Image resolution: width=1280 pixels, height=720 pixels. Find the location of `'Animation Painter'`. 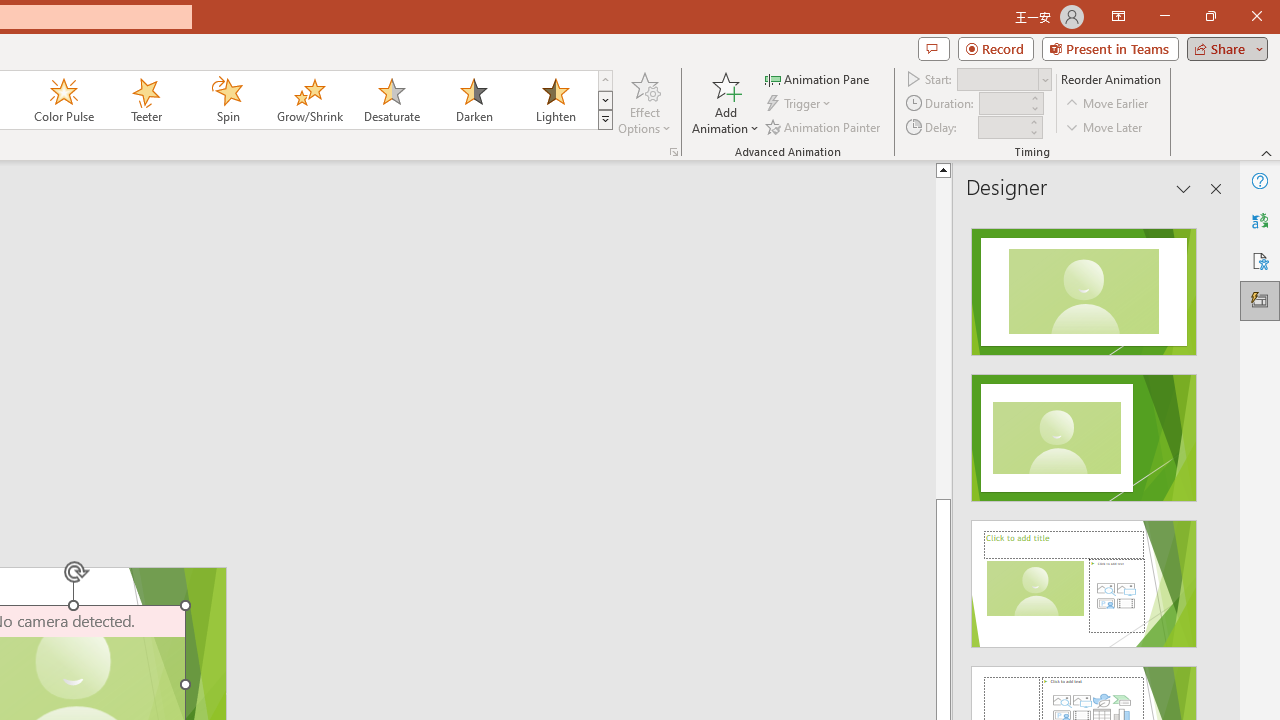

'Animation Painter' is located at coordinates (824, 127).